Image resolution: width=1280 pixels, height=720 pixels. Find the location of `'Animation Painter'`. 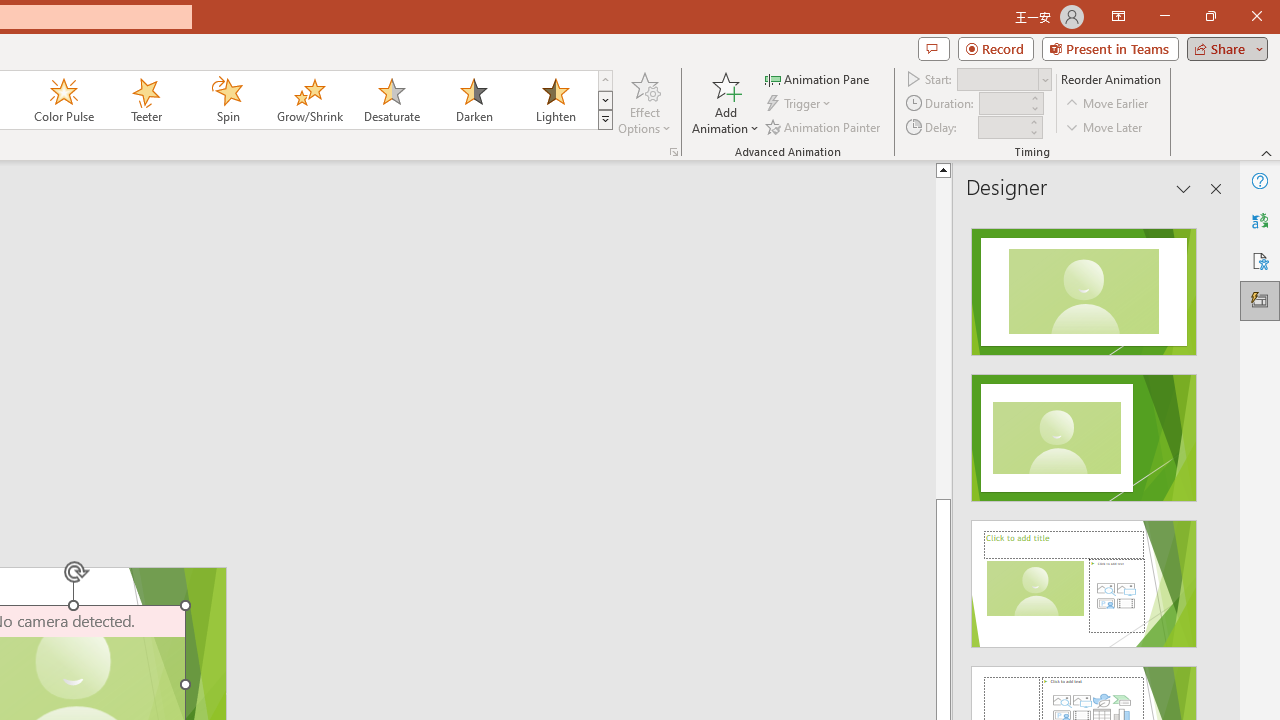

'Animation Painter' is located at coordinates (824, 127).